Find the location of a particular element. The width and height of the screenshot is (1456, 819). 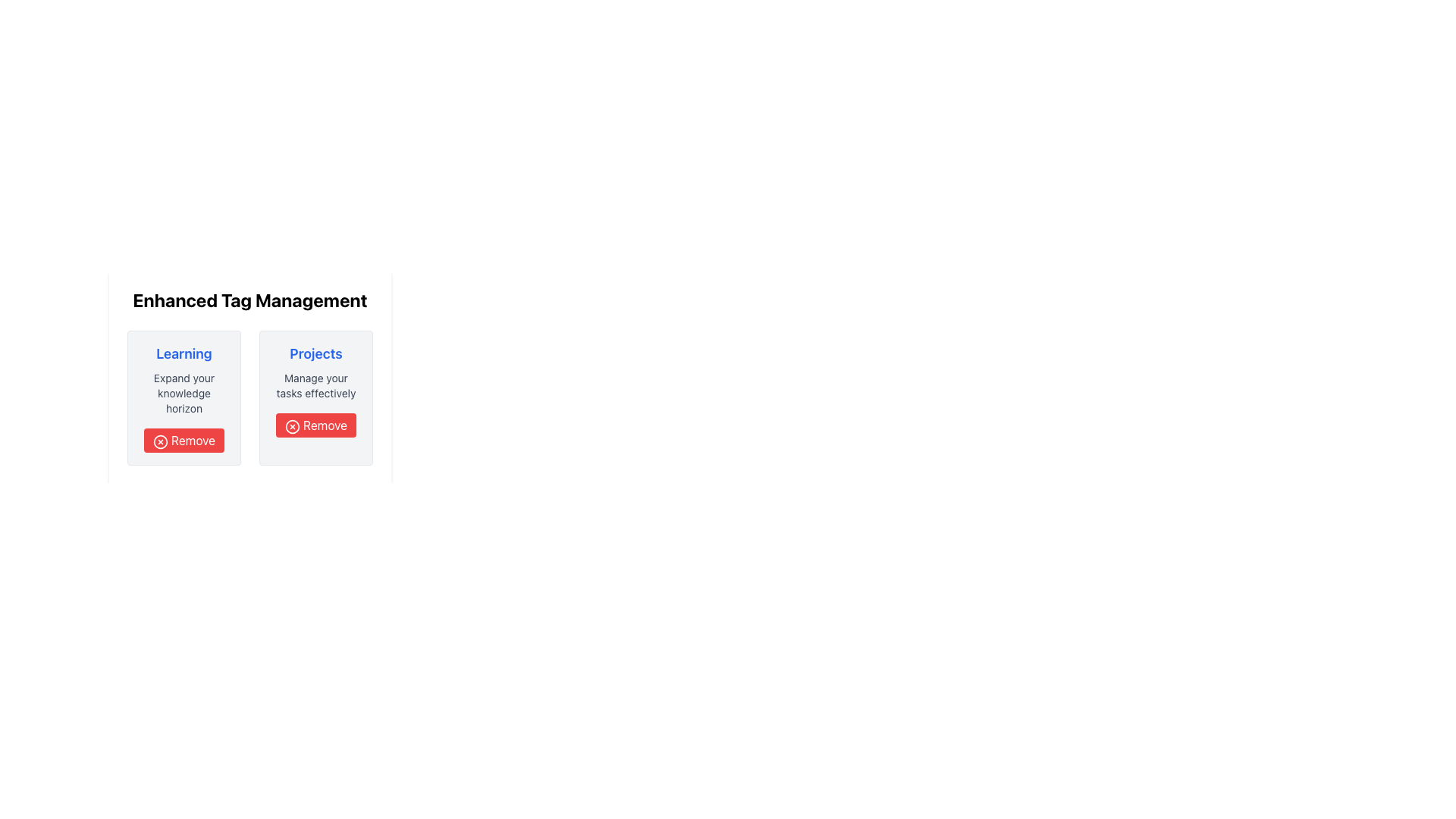

text element labeled 'Projects' located in the second column of the Enhanced Tag Management section, positioned above 'Manage your tasks effectively' is located at coordinates (315, 353).